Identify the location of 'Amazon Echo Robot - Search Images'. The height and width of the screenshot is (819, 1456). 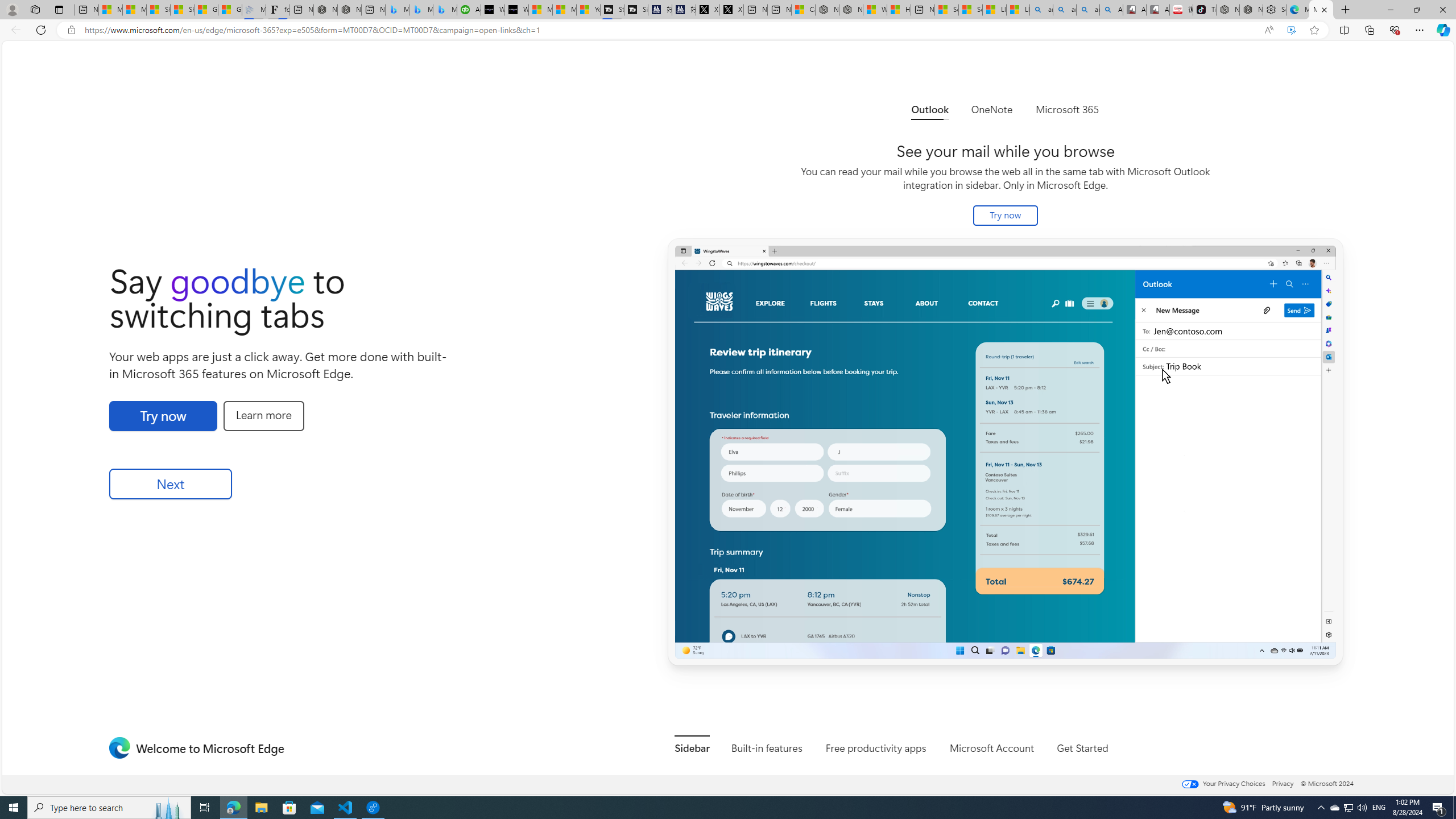
(1111, 9).